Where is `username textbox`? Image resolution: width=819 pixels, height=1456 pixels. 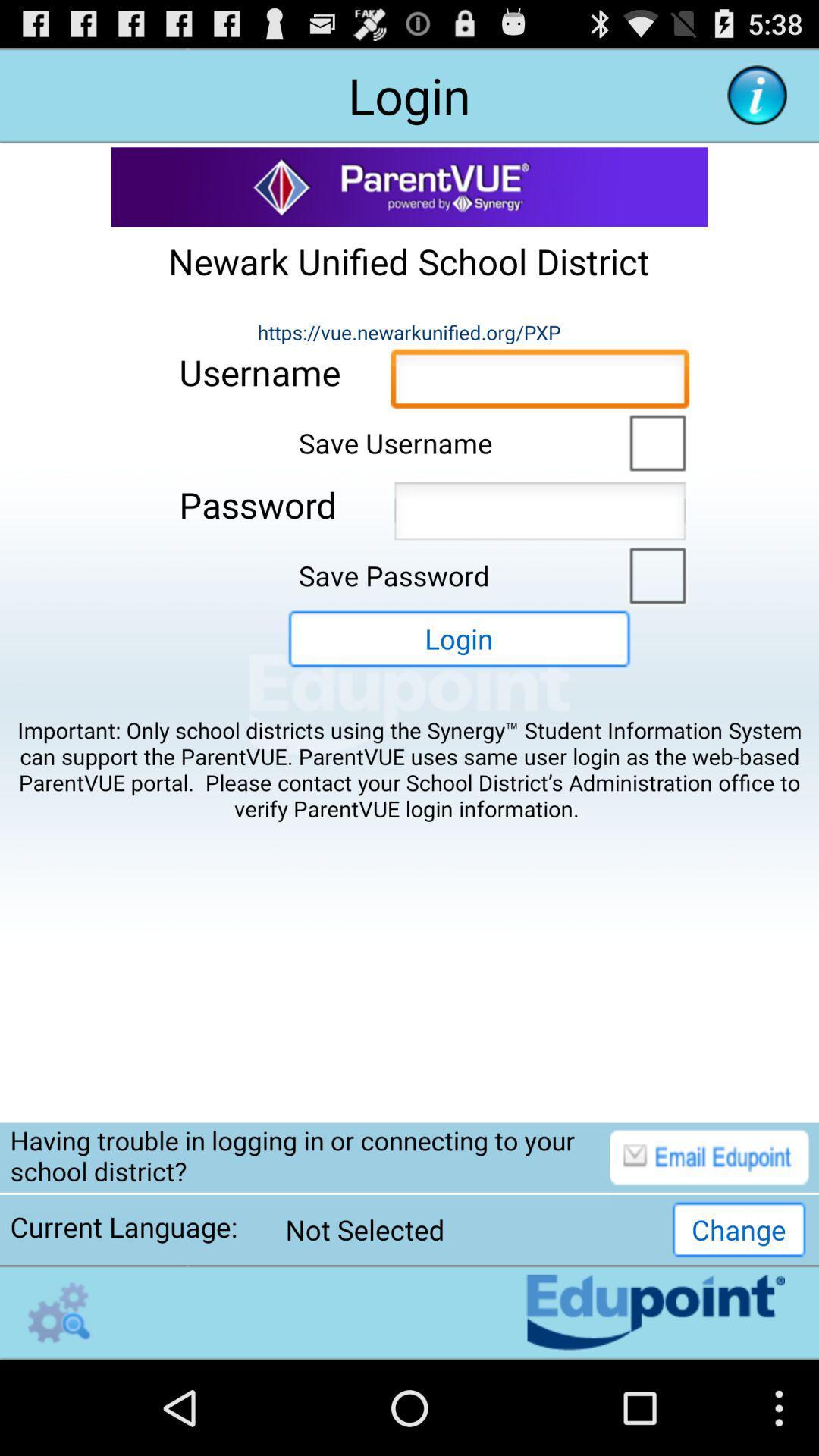 username textbox is located at coordinates (539, 383).